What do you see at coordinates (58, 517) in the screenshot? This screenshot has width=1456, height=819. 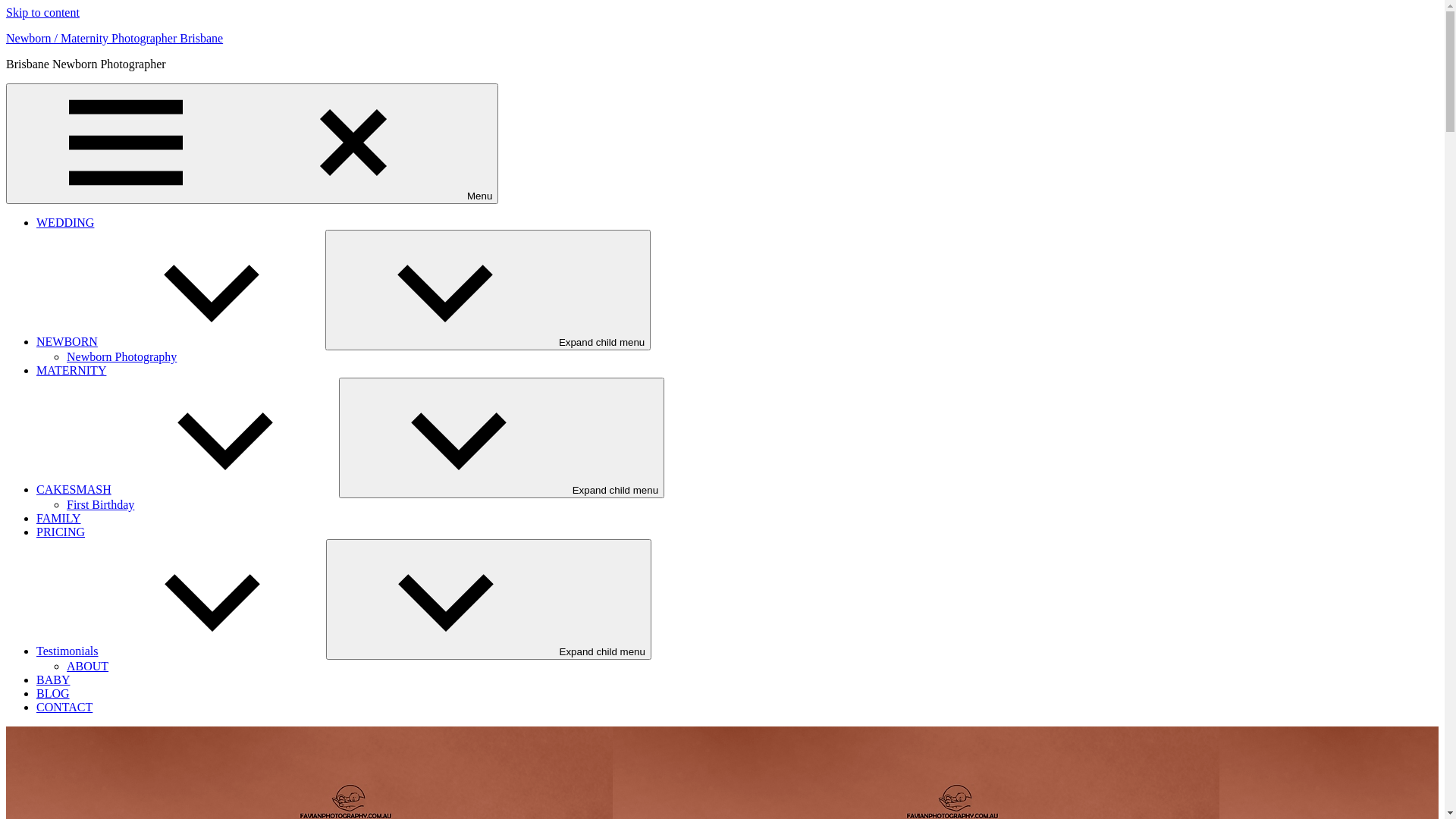 I see `'FAMILY'` at bounding box center [58, 517].